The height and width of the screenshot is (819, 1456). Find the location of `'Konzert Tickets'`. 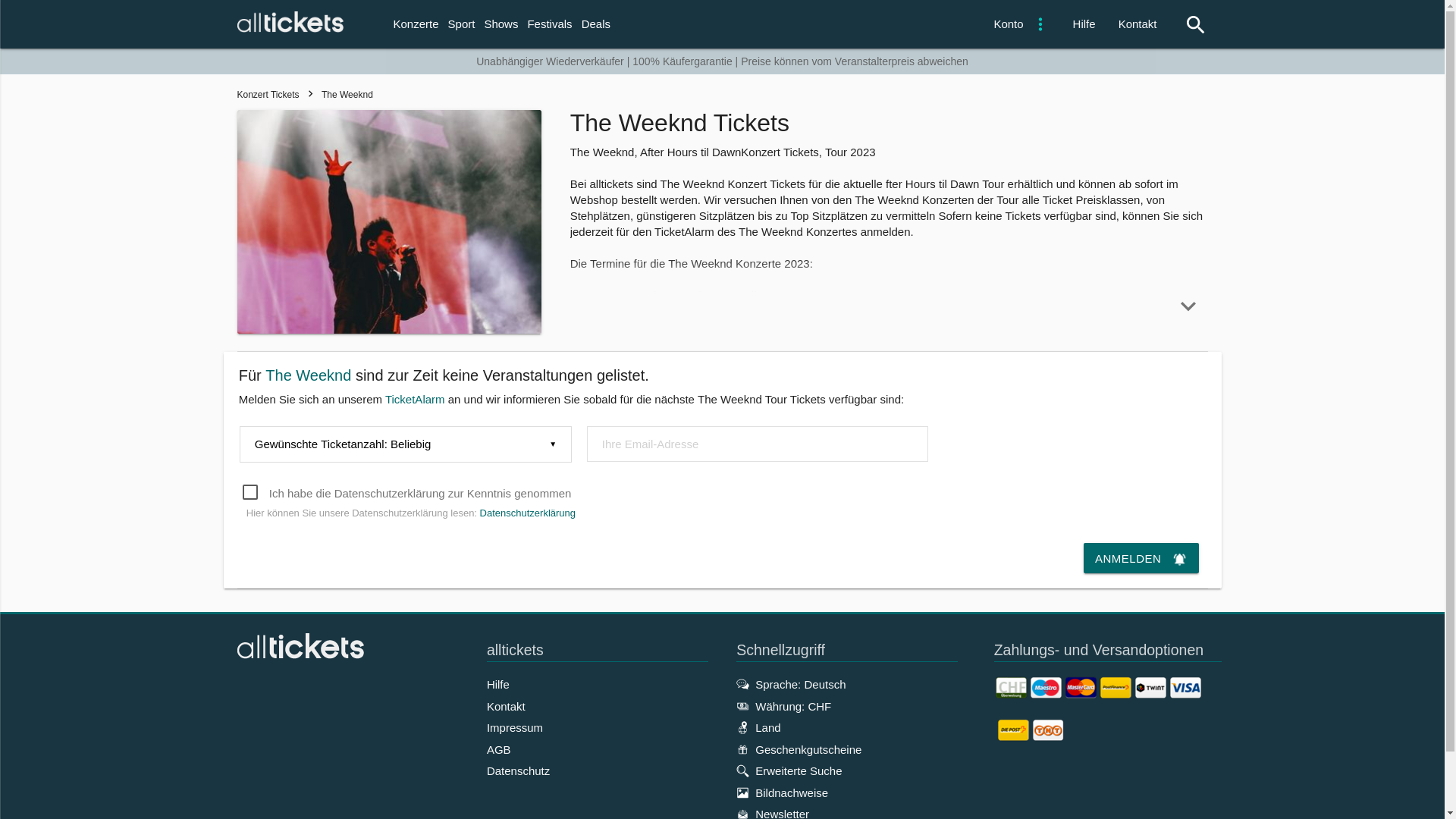

'Konzert Tickets' is located at coordinates (236, 94).